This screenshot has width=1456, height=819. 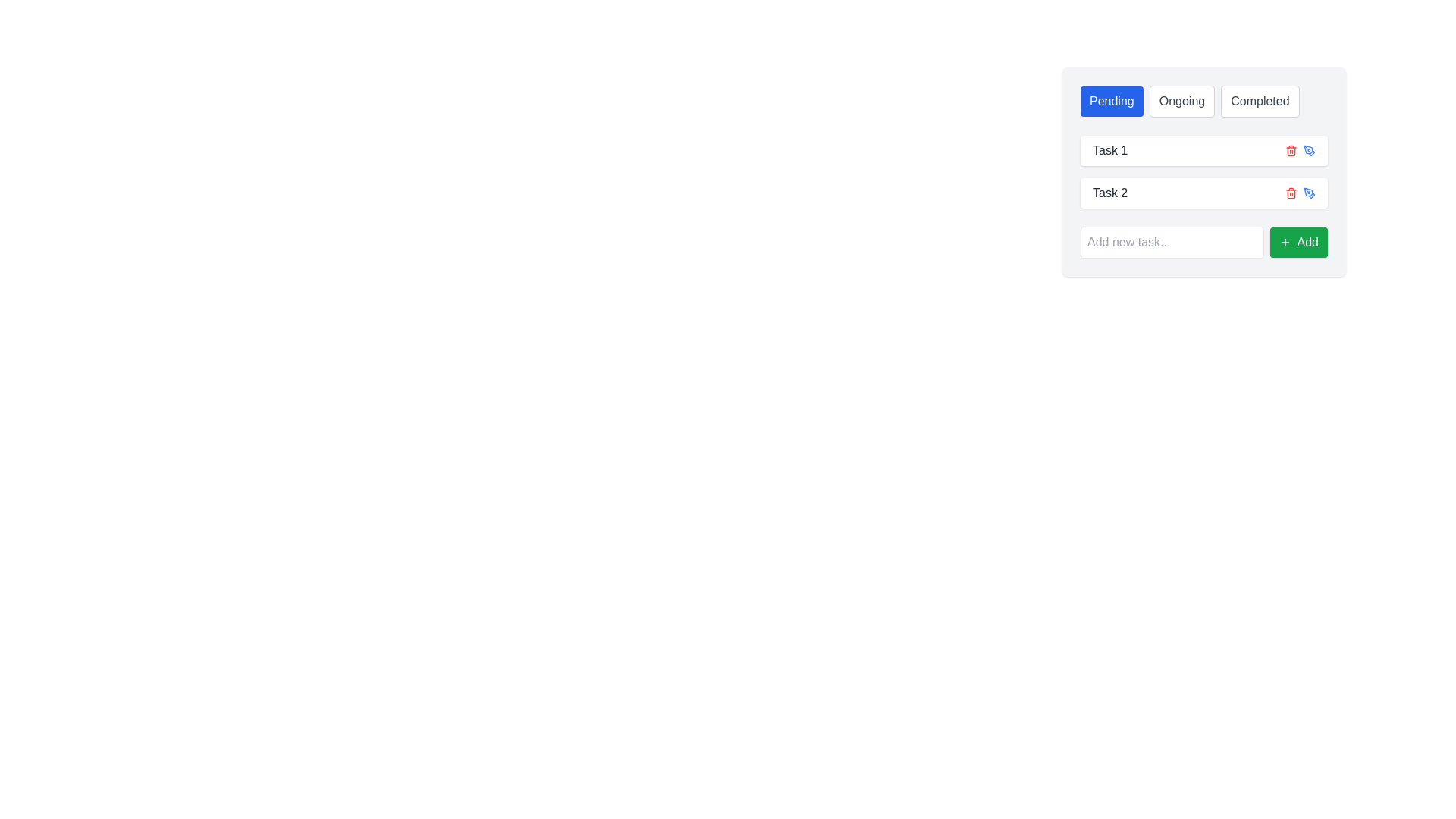 I want to click on the text of the task entry item named 'Task 1' for editing by clicking on it, so click(x=1203, y=151).